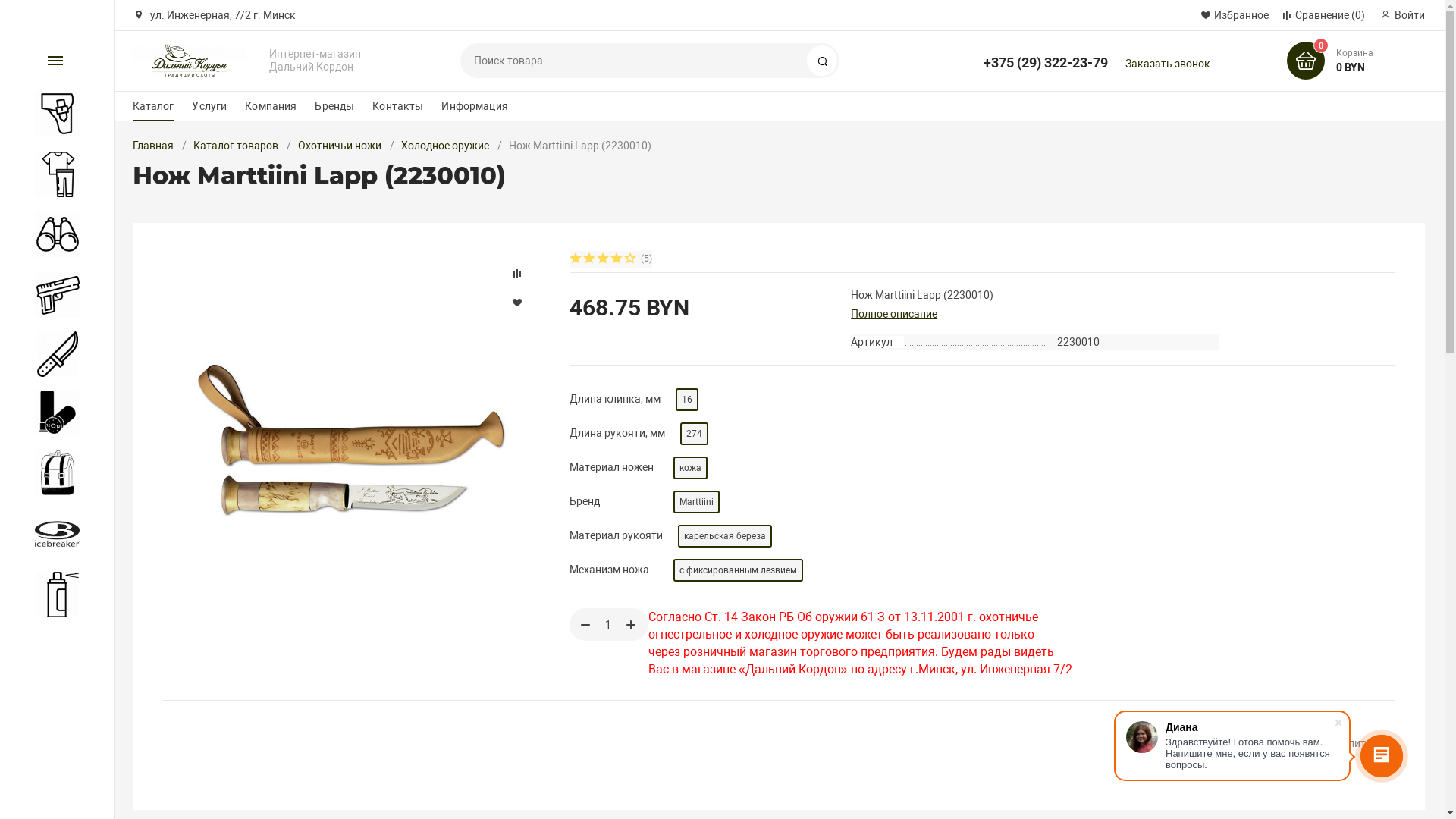 Image resolution: width=1456 pixels, height=819 pixels. What do you see at coordinates (1044, 55) in the screenshot?
I see `'+375 (29) 322-23-79'` at bounding box center [1044, 55].